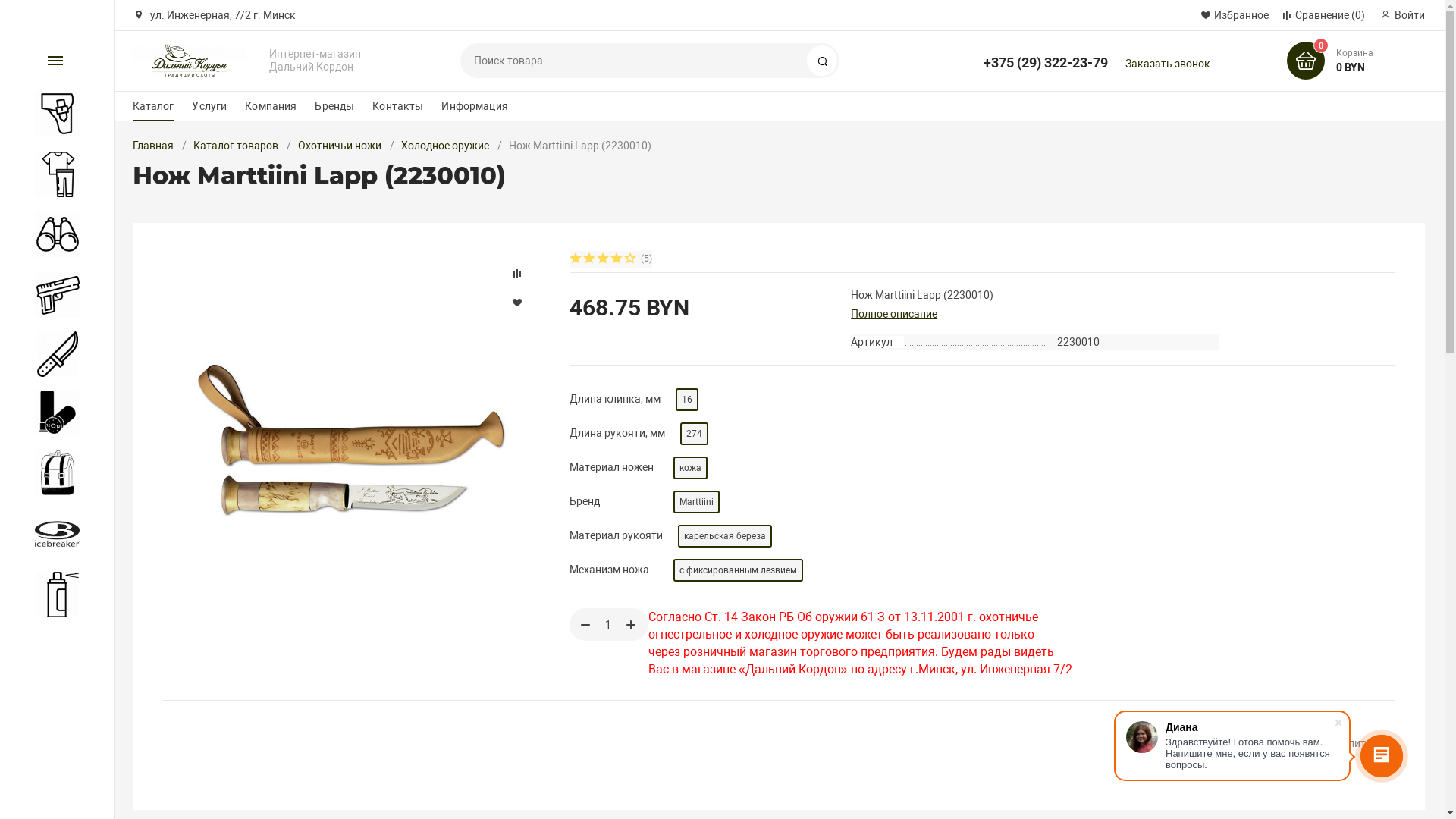 Image resolution: width=1456 pixels, height=819 pixels. What do you see at coordinates (1044, 55) in the screenshot?
I see `'+375 (29) 322-23-79'` at bounding box center [1044, 55].